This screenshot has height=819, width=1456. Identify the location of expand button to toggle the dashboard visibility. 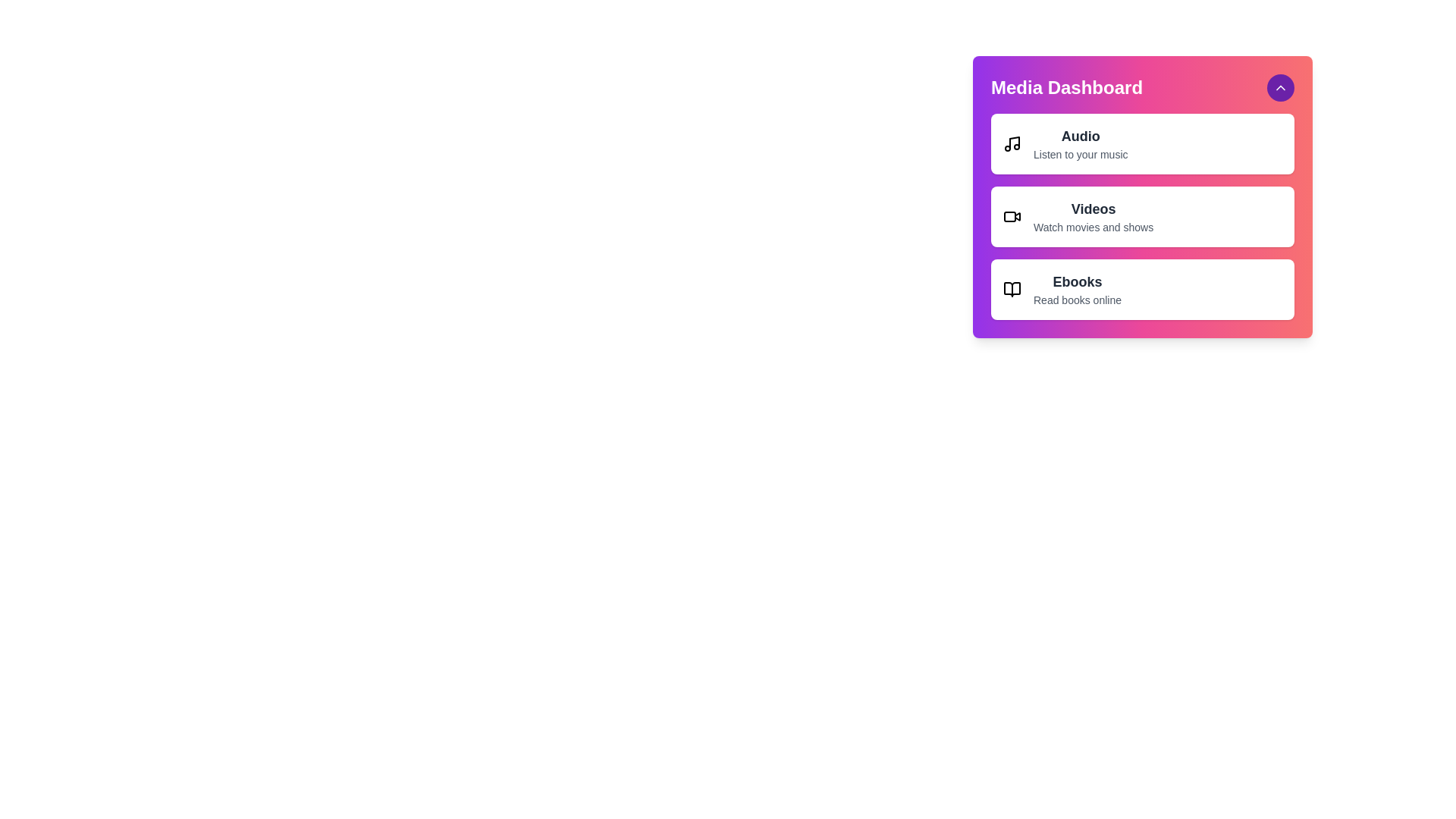
(1280, 87).